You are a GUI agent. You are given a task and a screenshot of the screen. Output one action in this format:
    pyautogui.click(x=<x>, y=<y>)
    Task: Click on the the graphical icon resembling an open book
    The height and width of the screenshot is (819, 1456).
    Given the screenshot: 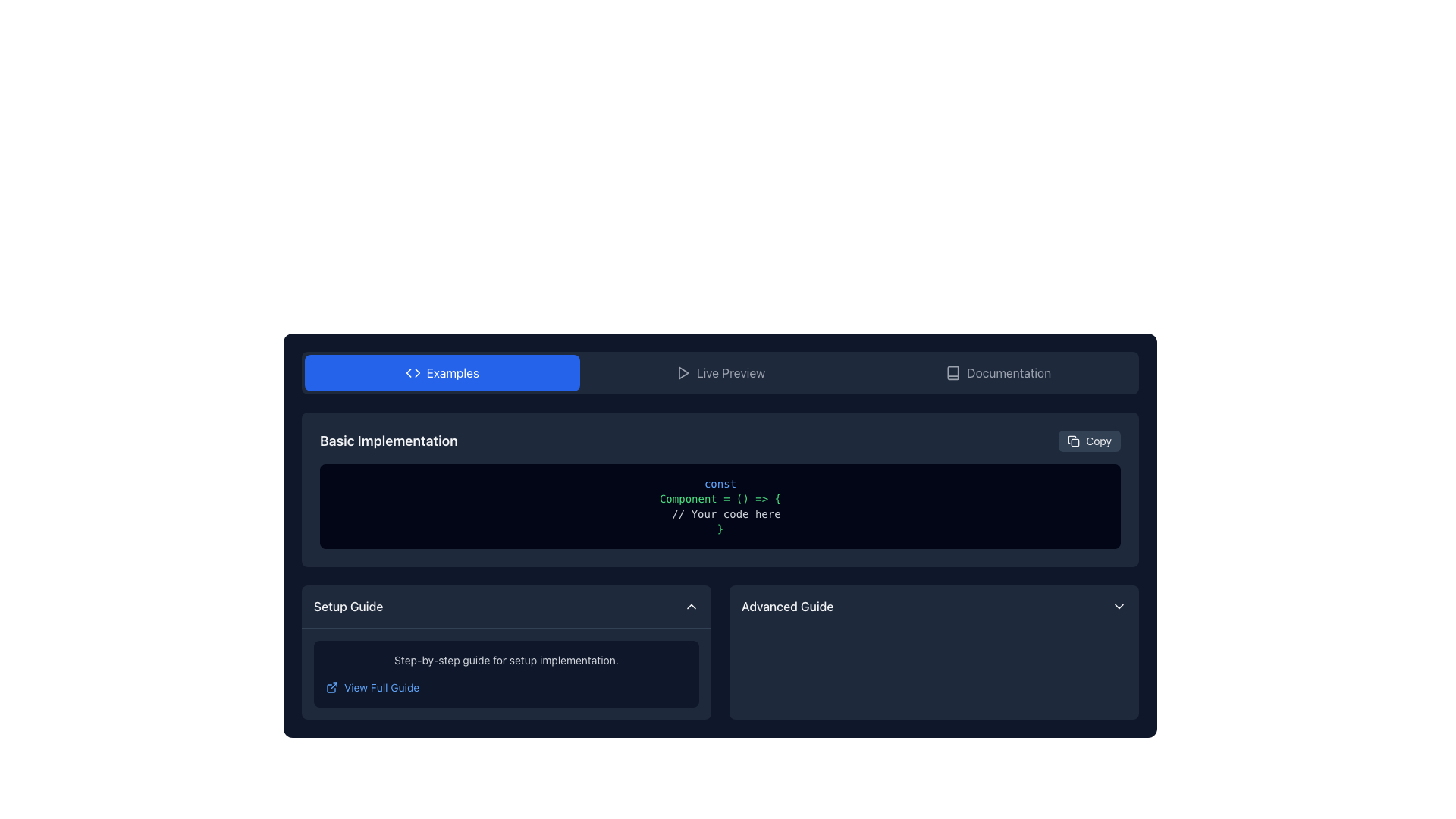 What is the action you would take?
    pyautogui.click(x=952, y=373)
    